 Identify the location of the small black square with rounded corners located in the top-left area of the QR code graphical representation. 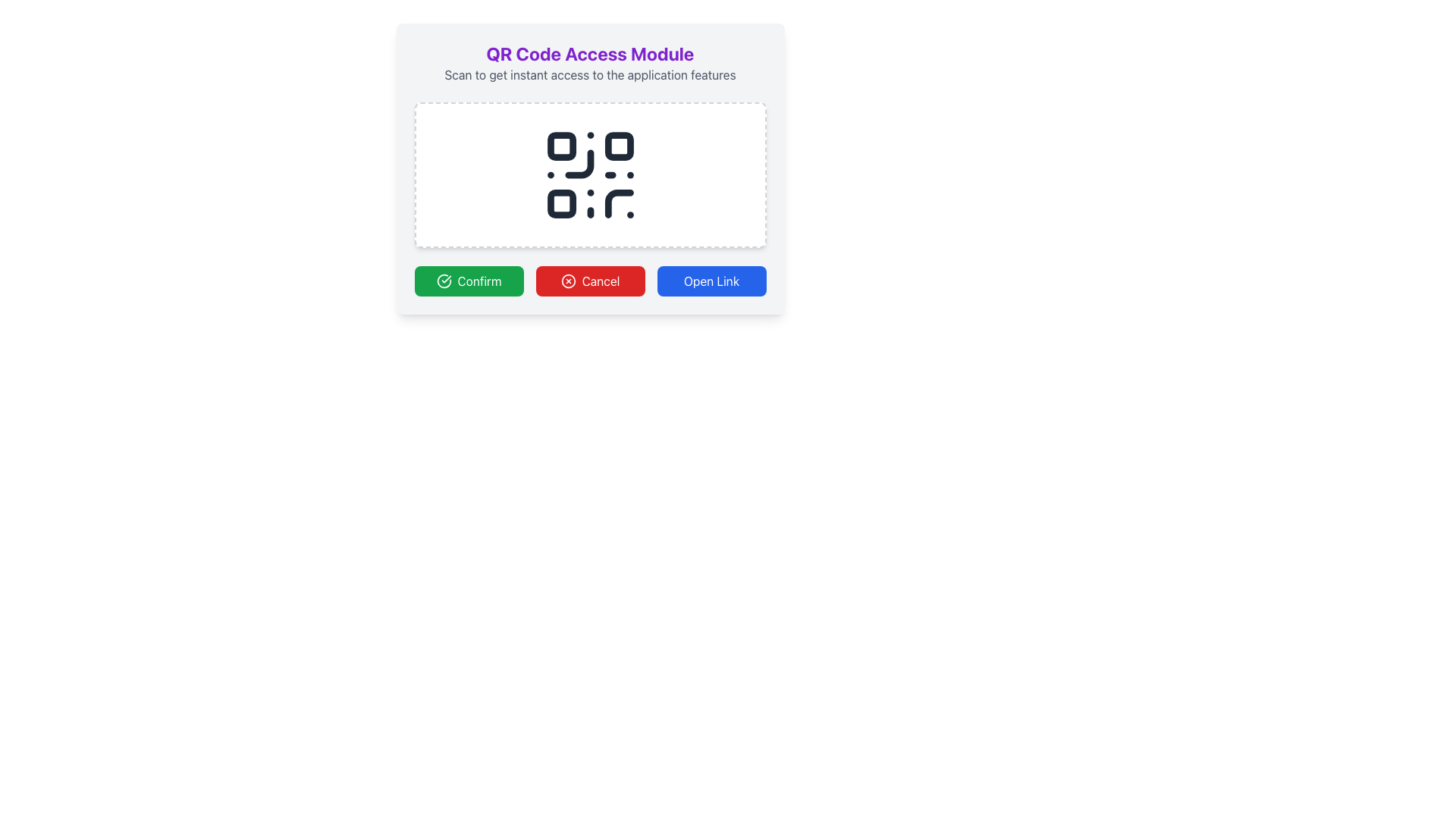
(560, 146).